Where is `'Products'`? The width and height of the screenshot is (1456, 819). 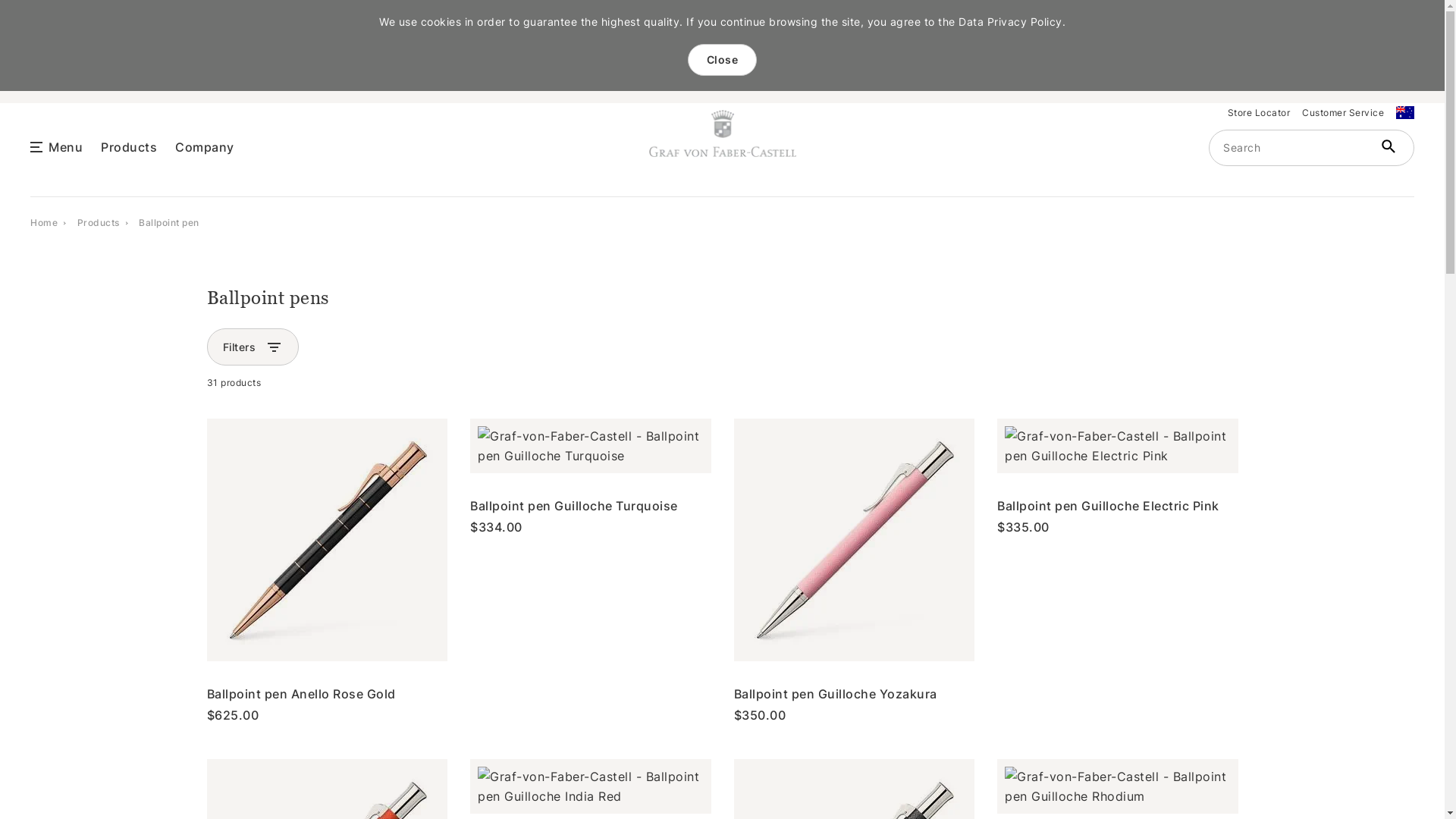
'Products' is located at coordinates (76, 221).